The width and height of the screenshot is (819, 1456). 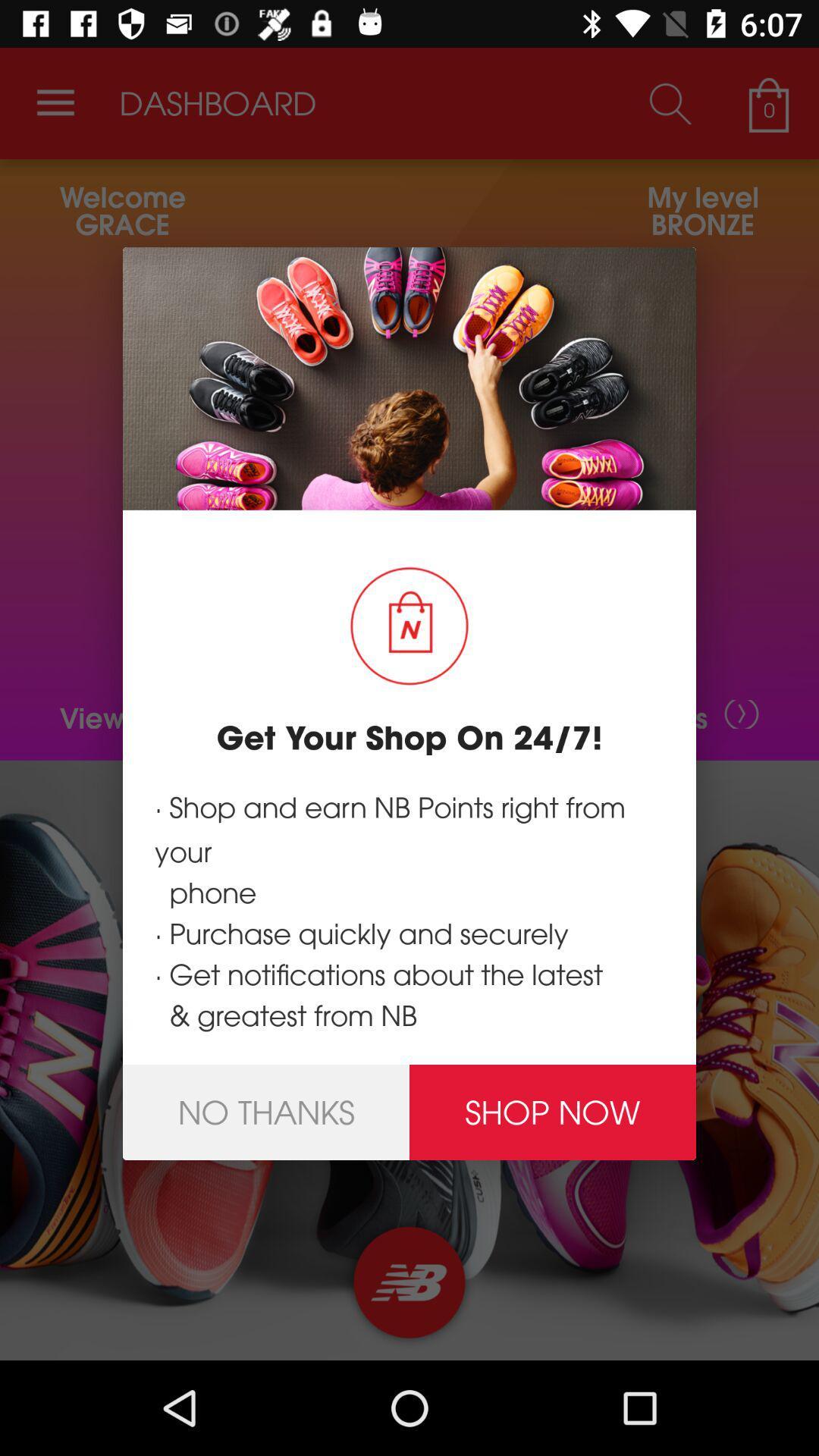 What do you see at coordinates (553, 1112) in the screenshot?
I see `the shop now at the bottom right corner` at bounding box center [553, 1112].